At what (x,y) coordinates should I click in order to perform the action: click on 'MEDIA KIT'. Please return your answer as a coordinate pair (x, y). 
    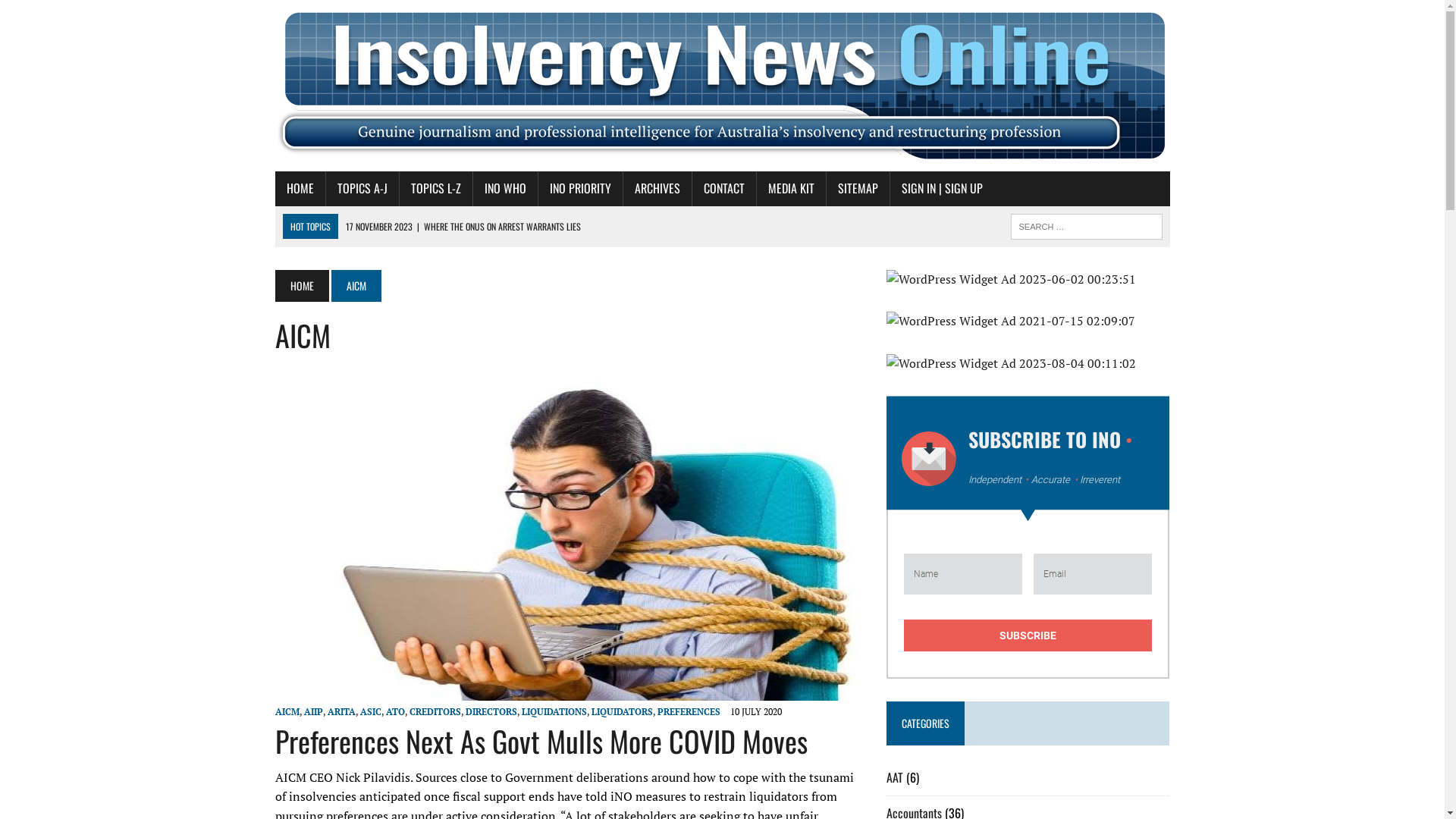
    Looking at the image, I should click on (757, 188).